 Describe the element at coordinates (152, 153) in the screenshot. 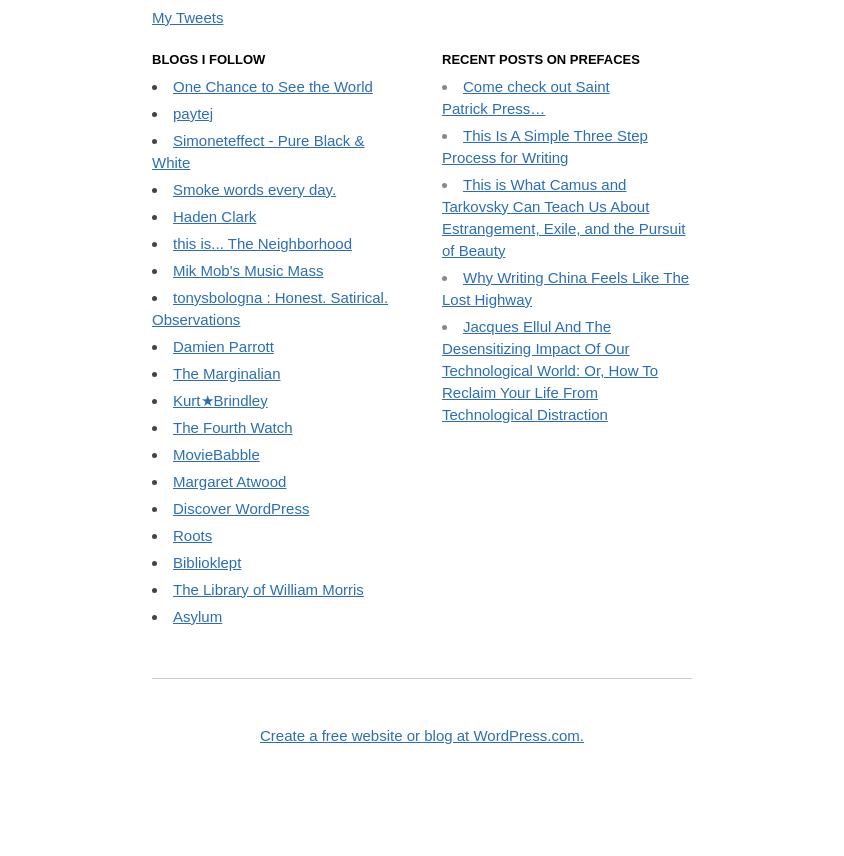

I see `'Follow me on Twitter'` at that location.